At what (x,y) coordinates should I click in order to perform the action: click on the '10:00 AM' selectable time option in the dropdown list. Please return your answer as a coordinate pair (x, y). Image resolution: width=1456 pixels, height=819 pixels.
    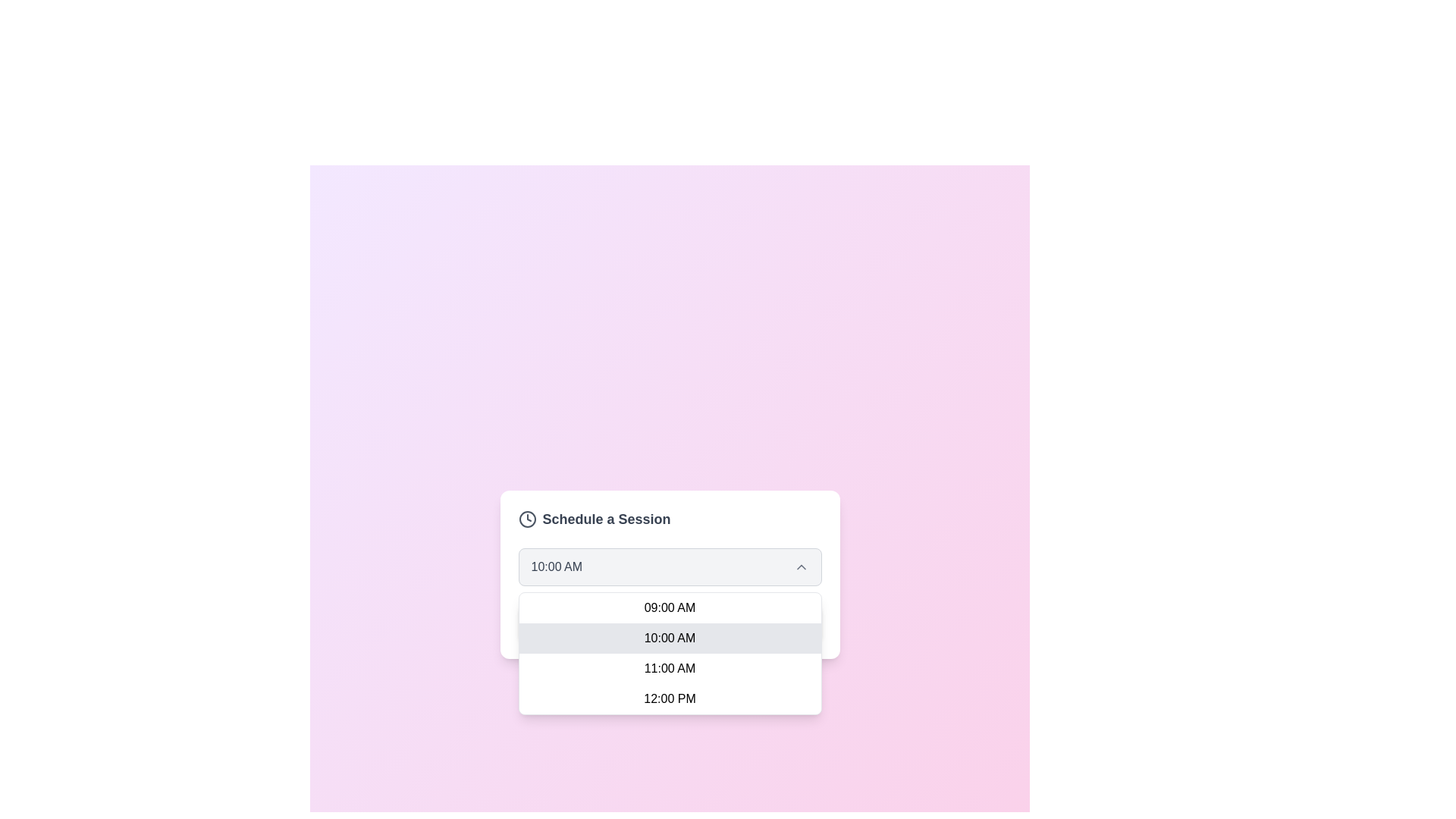
    Looking at the image, I should click on (669, 638).